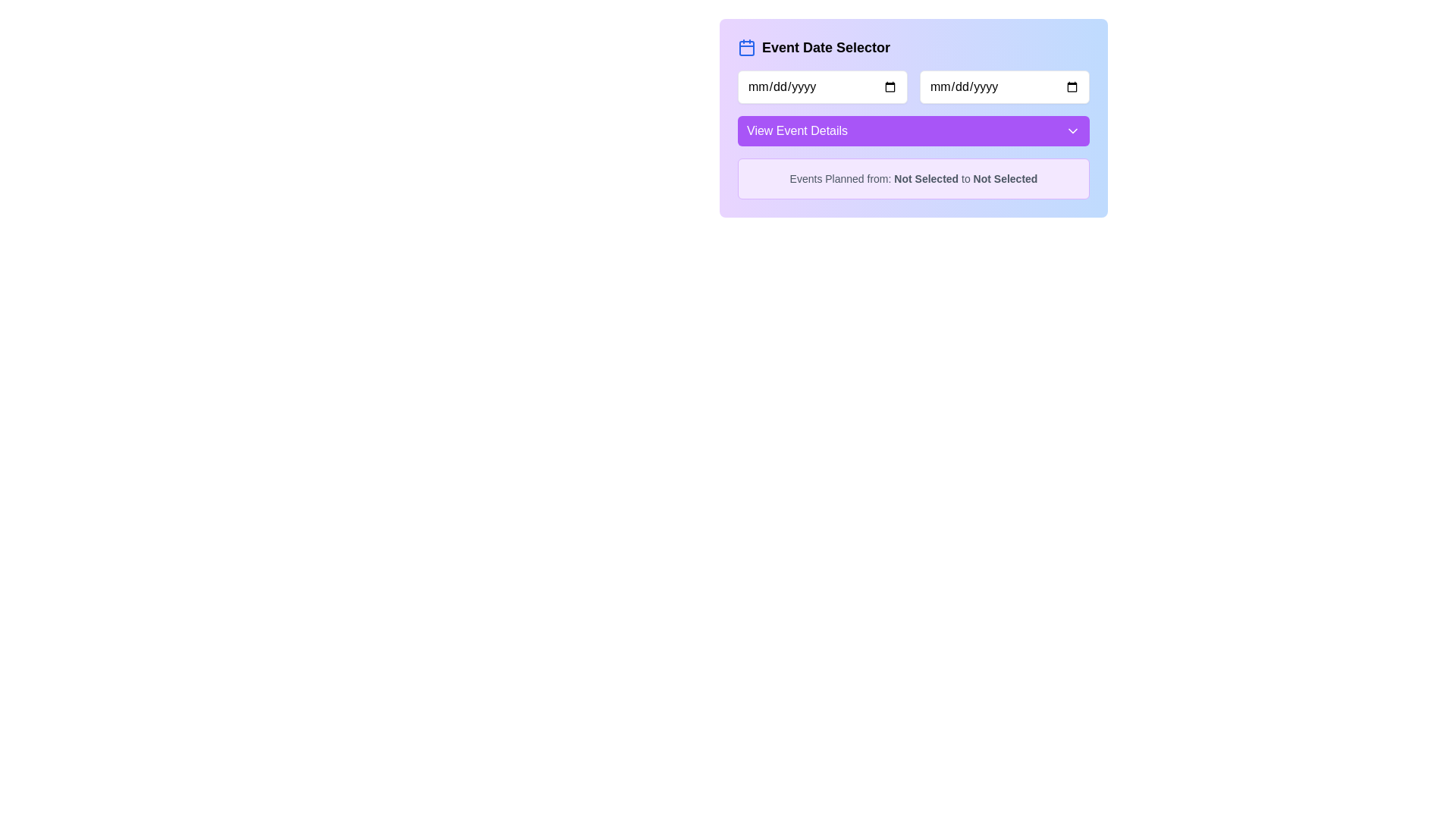 This screenshot has height=819, width=1456. Describe the element at coordinates (925, 177) in the screenshot. I see `text displayed in the first 'Not Selected' label, which is part of the statement 'Events Planned from: Not Selected to Not Selected' located below the 'View Event Details' button` at that location.